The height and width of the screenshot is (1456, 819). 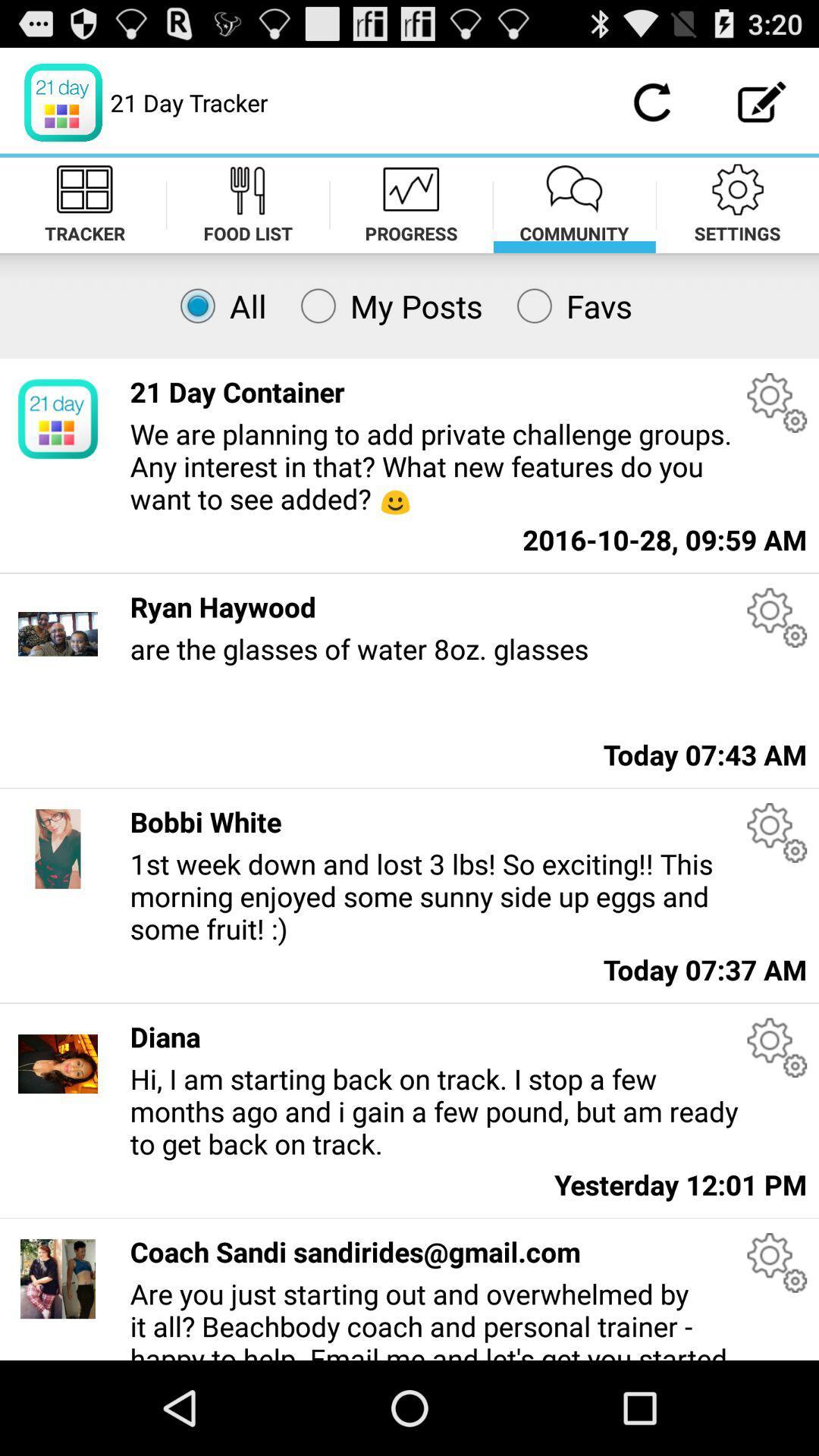 I want to click on settings or more option, so click(x=777, y=1046).